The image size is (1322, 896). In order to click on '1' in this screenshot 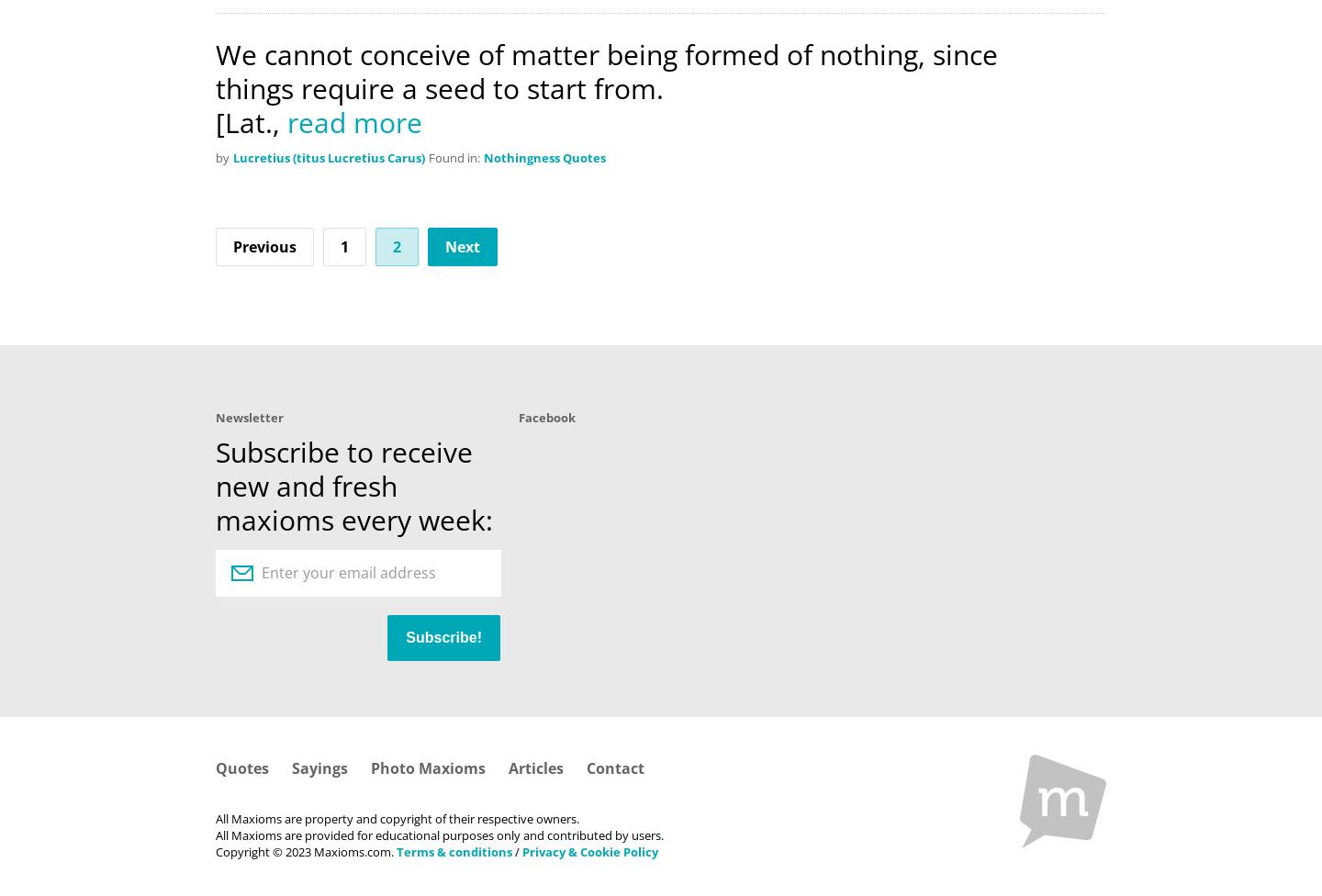, I will do `click(339, 246)`.